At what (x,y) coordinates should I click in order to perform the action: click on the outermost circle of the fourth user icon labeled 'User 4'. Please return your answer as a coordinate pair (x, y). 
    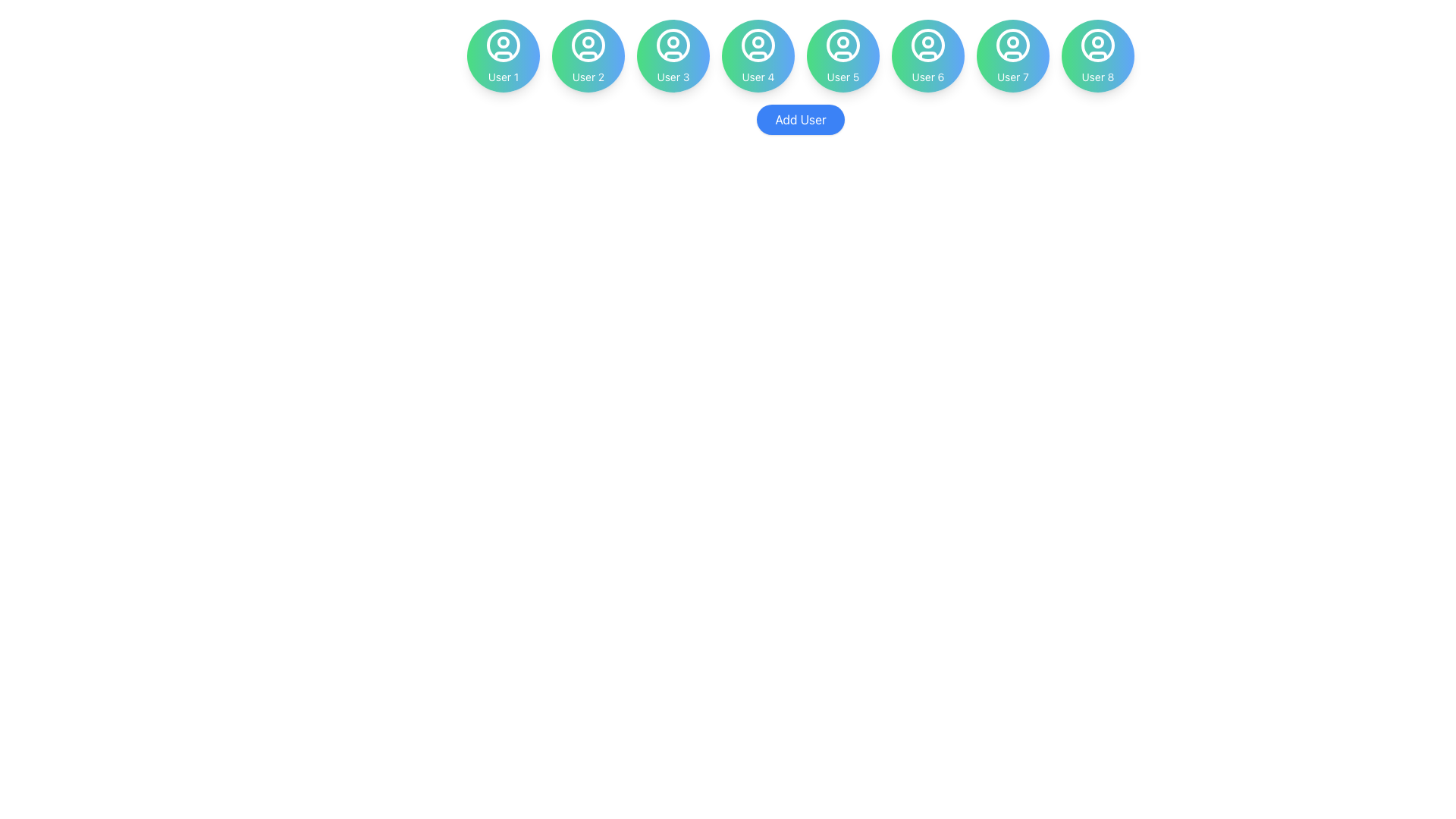
    Looking at the image, I should click on (758, 45).